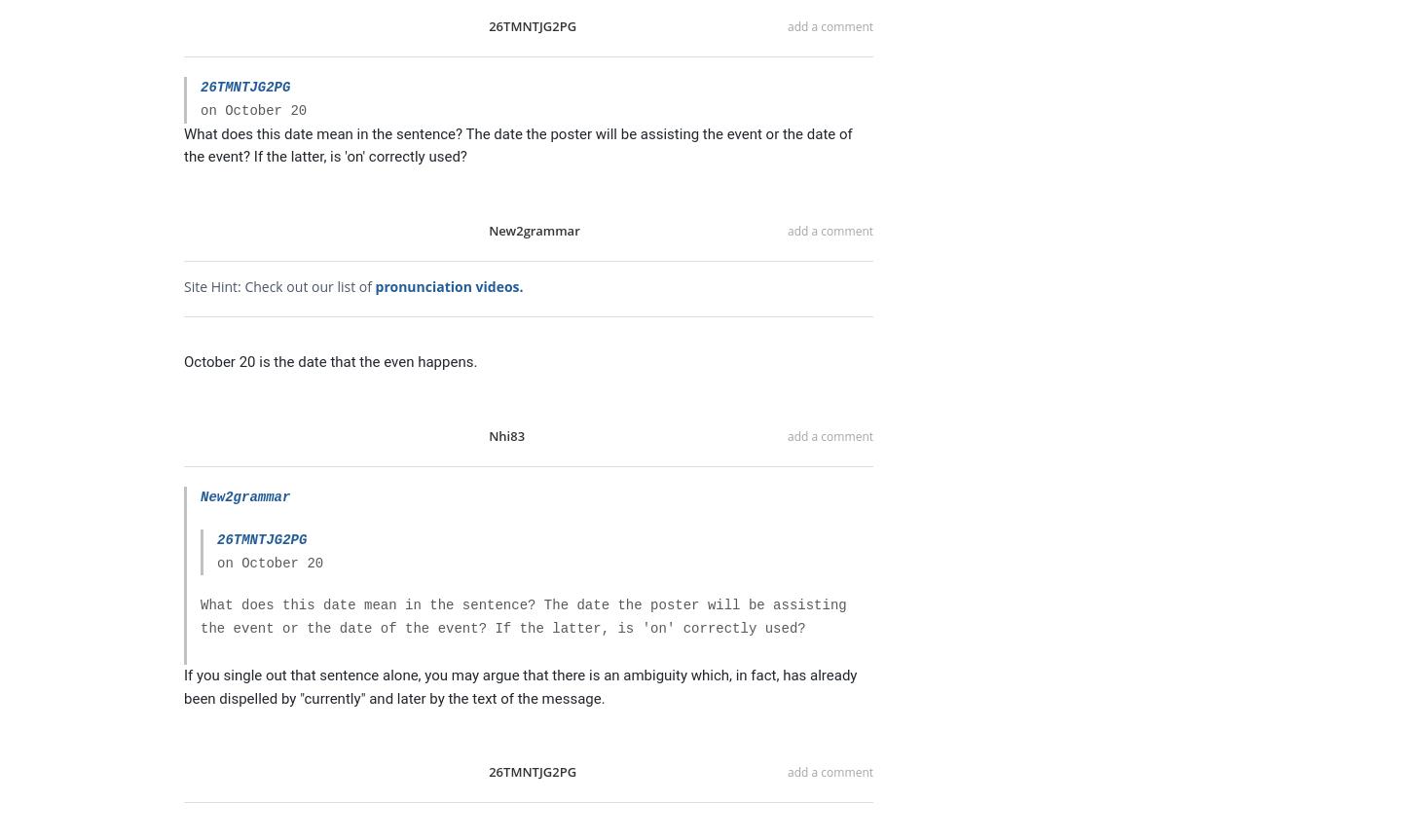  What do you see at coordinates (277, 285) in the screenshot?
I see `'Site Hint: Check out our list of'` at bounding box center [277, 285].